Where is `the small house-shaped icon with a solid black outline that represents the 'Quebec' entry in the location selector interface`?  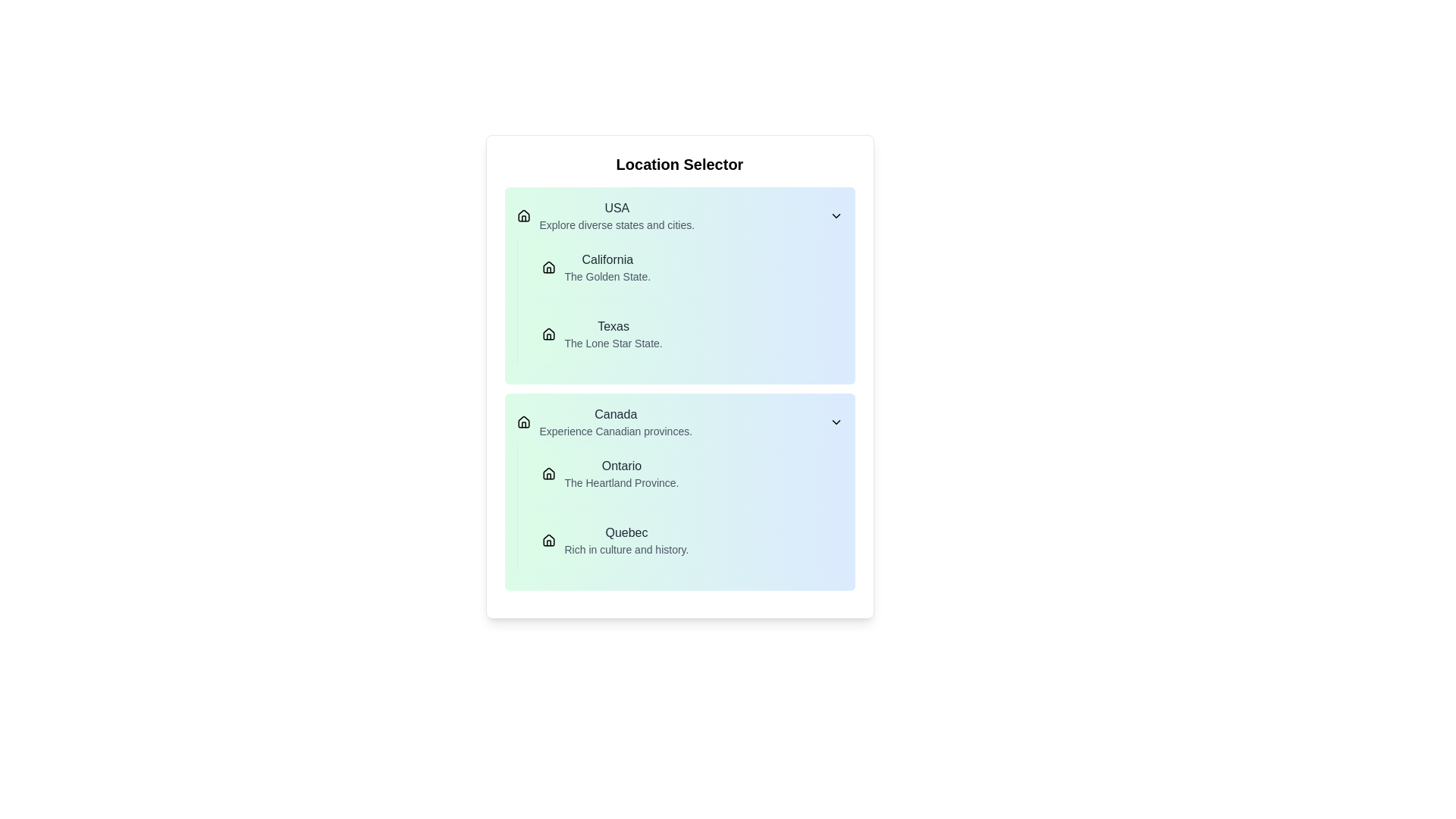
the small house-shaped icon with a solid black outline that represents the 'Quebec' entry in the location selector interface is located at coordinates (548, 540).